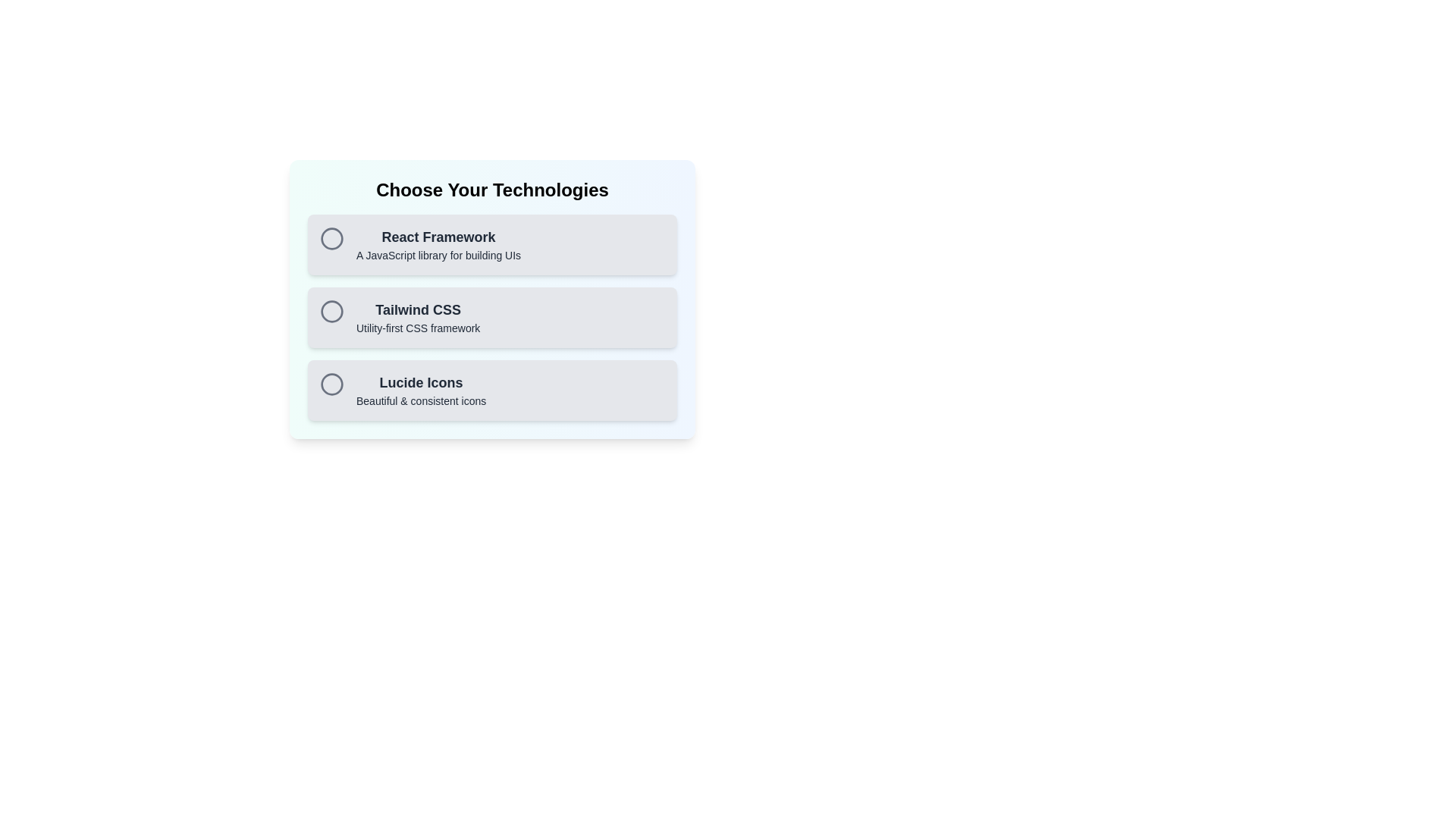 The height and width of the screenshot is (819, 1456). I want to click on the chip labeled React Framework to observe visual feedback, so click(492, 244).